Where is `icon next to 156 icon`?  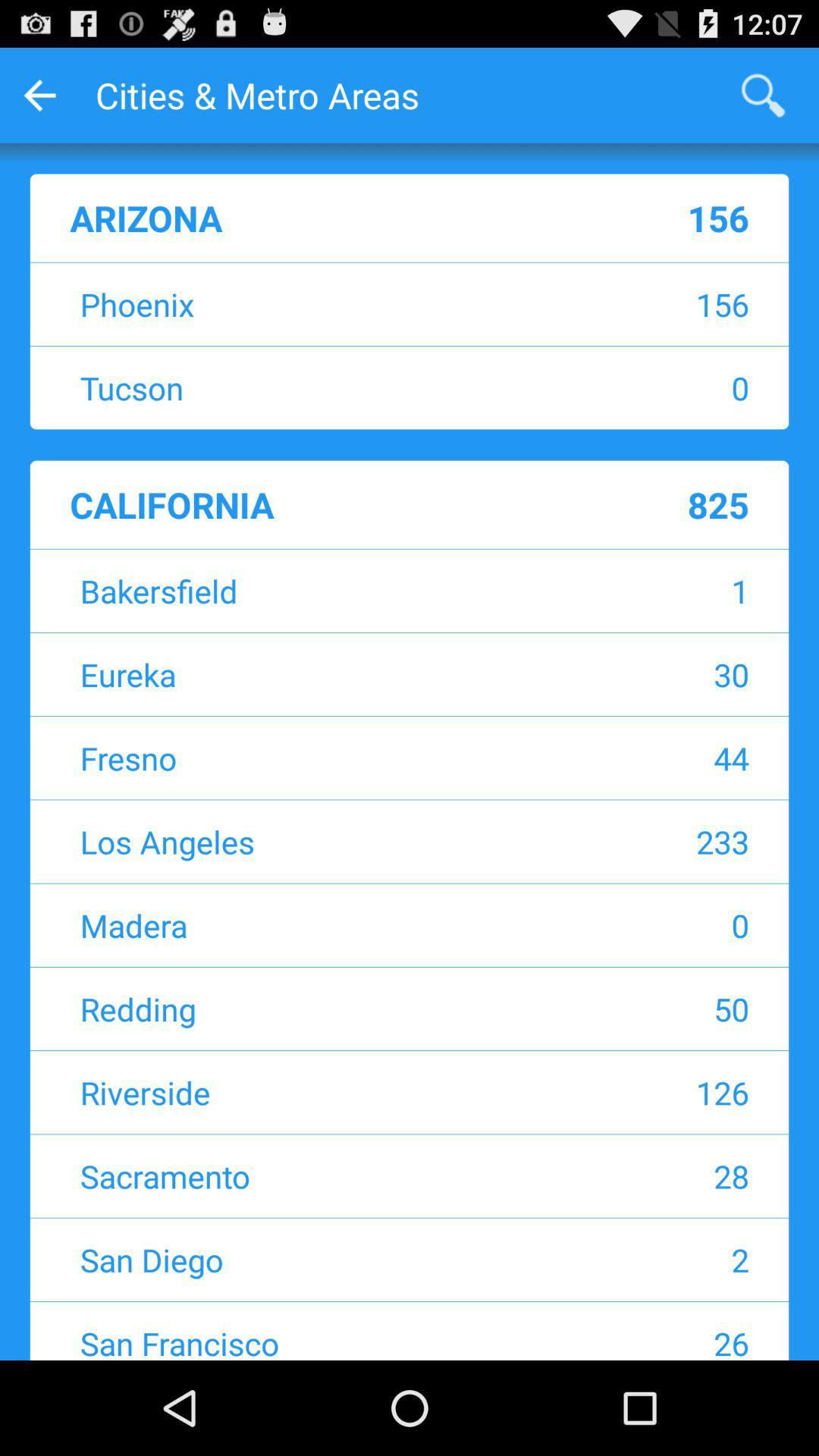 icon next to 156 icon is located at coordinates (314, 303).